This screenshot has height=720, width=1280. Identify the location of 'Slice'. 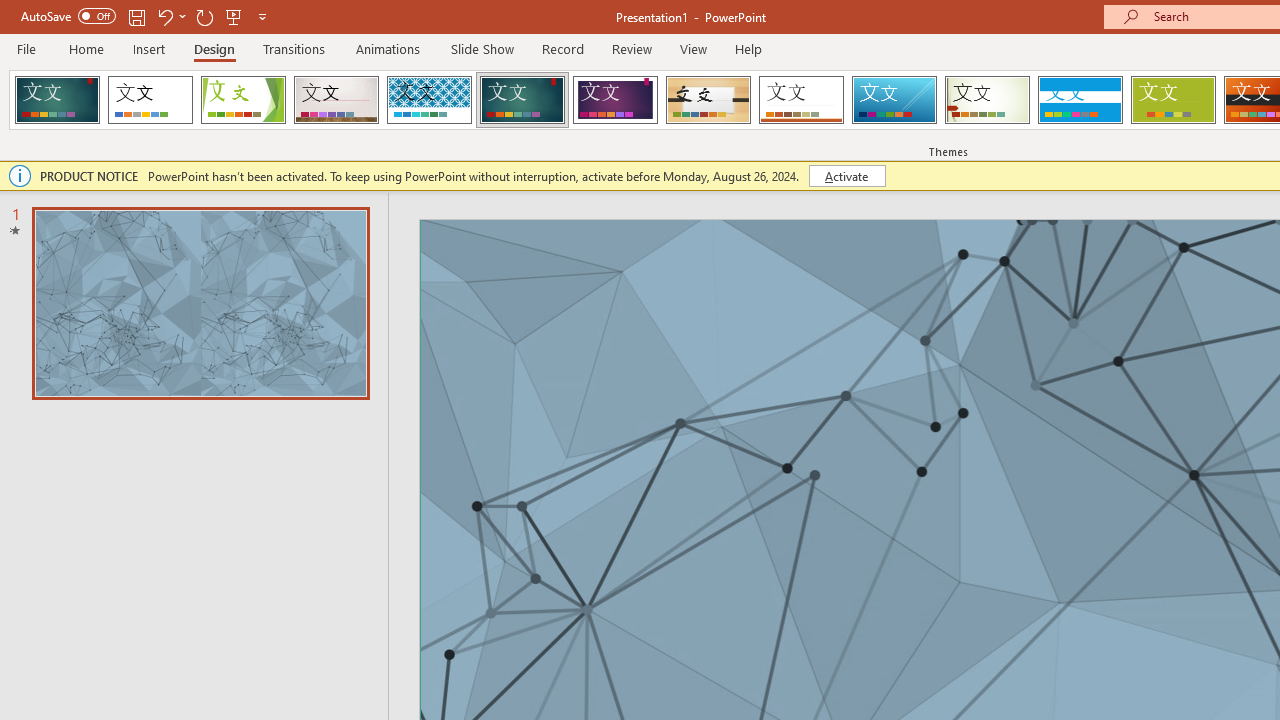
(893, 100).